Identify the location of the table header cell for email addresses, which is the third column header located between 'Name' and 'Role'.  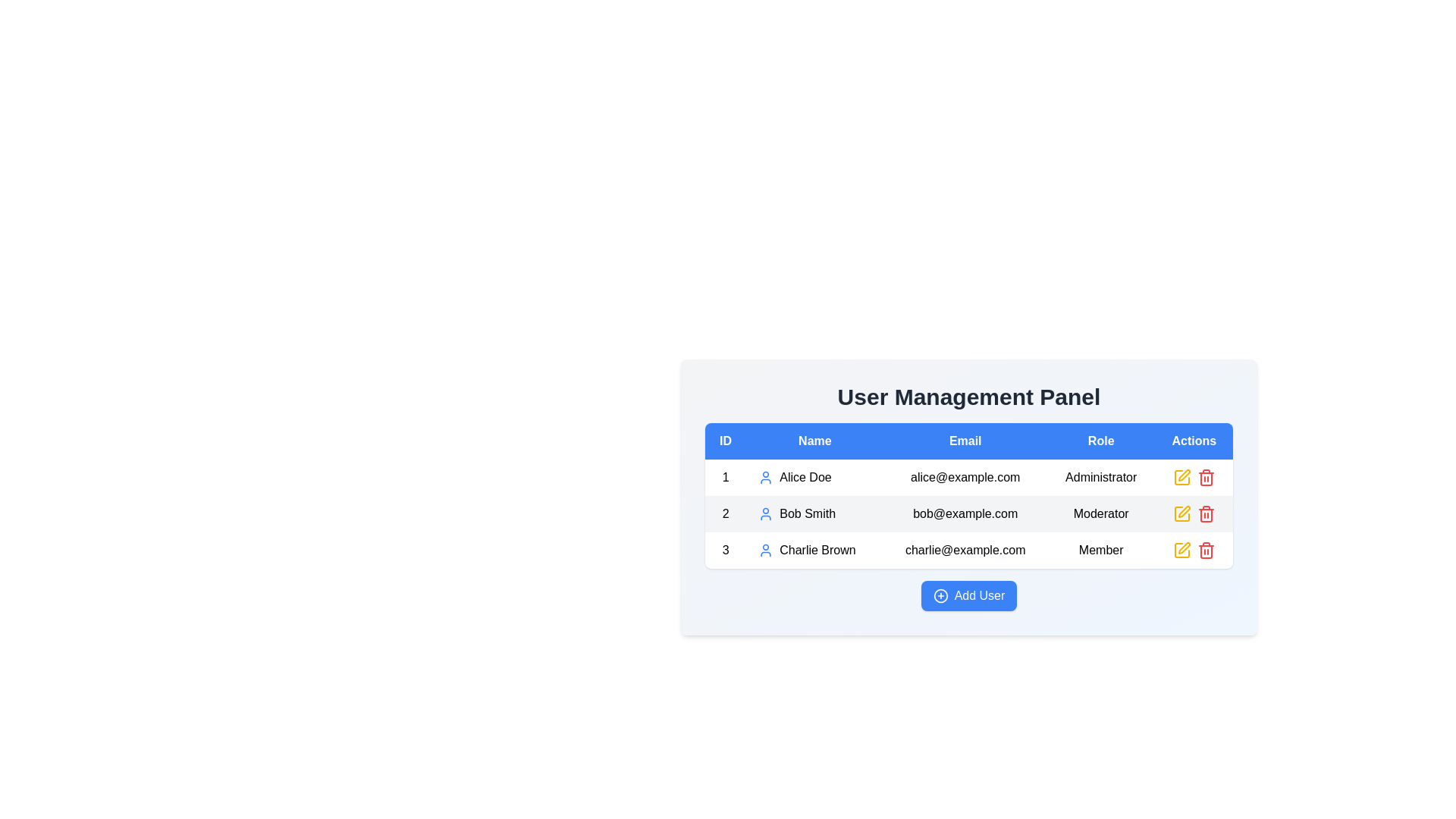
(965, 441).